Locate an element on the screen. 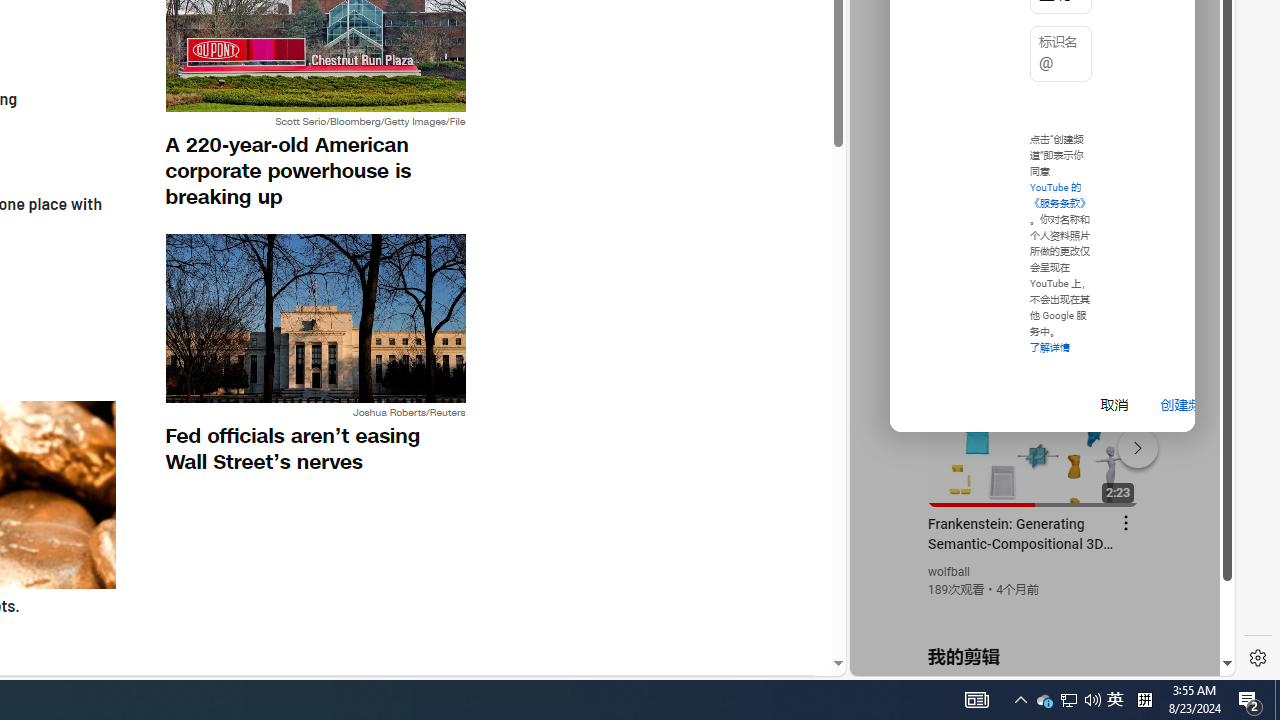 Image resolution: width=1280 pixels, height=720 pixels. 'Settings' is located at coordinates (1257, 658).